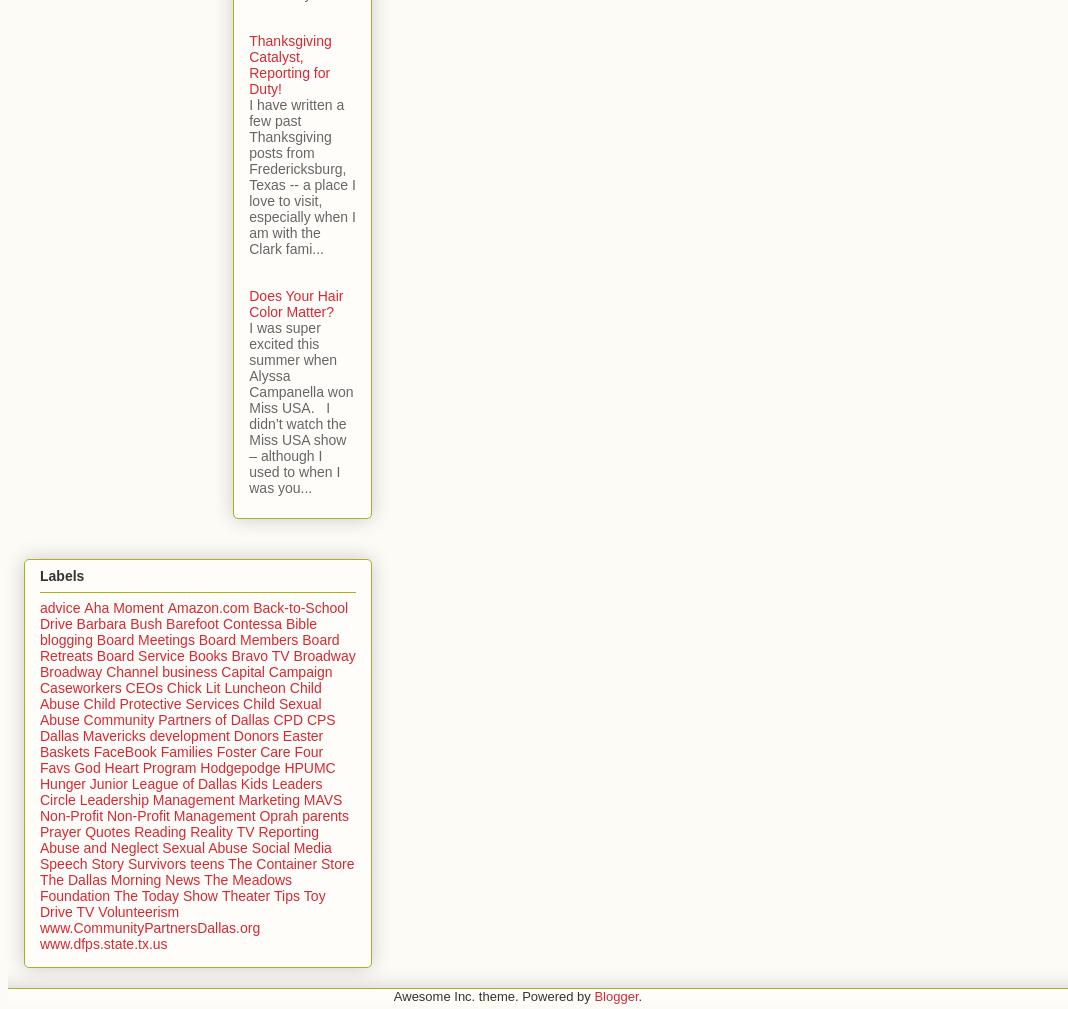  What do you see at coordinates (493, 996) in the screenshot?
I see `'Awesome Inc. theme. Powered by'` at bounding box center [493, 996].